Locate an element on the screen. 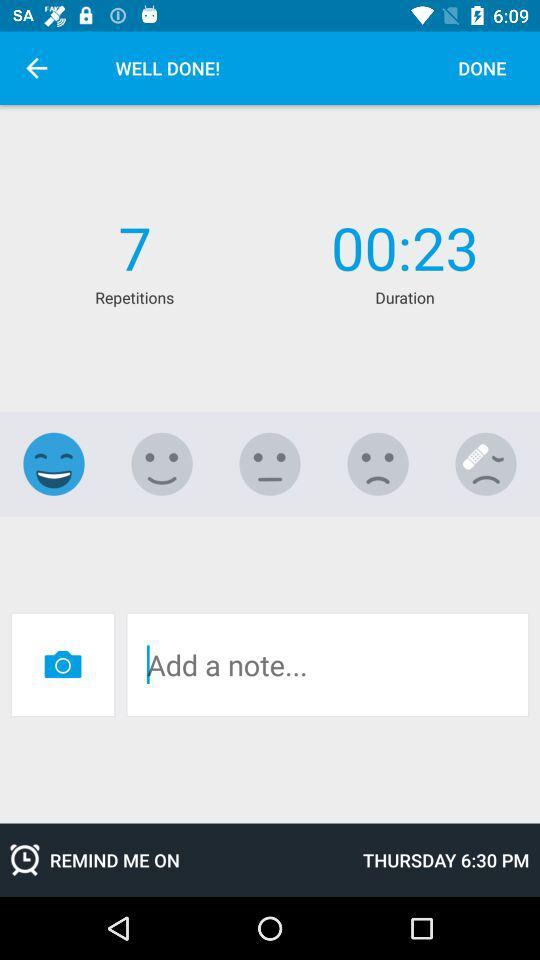 The image size is (540, 960). item to the left of the well done! icon is located at coordinates (36, 68).